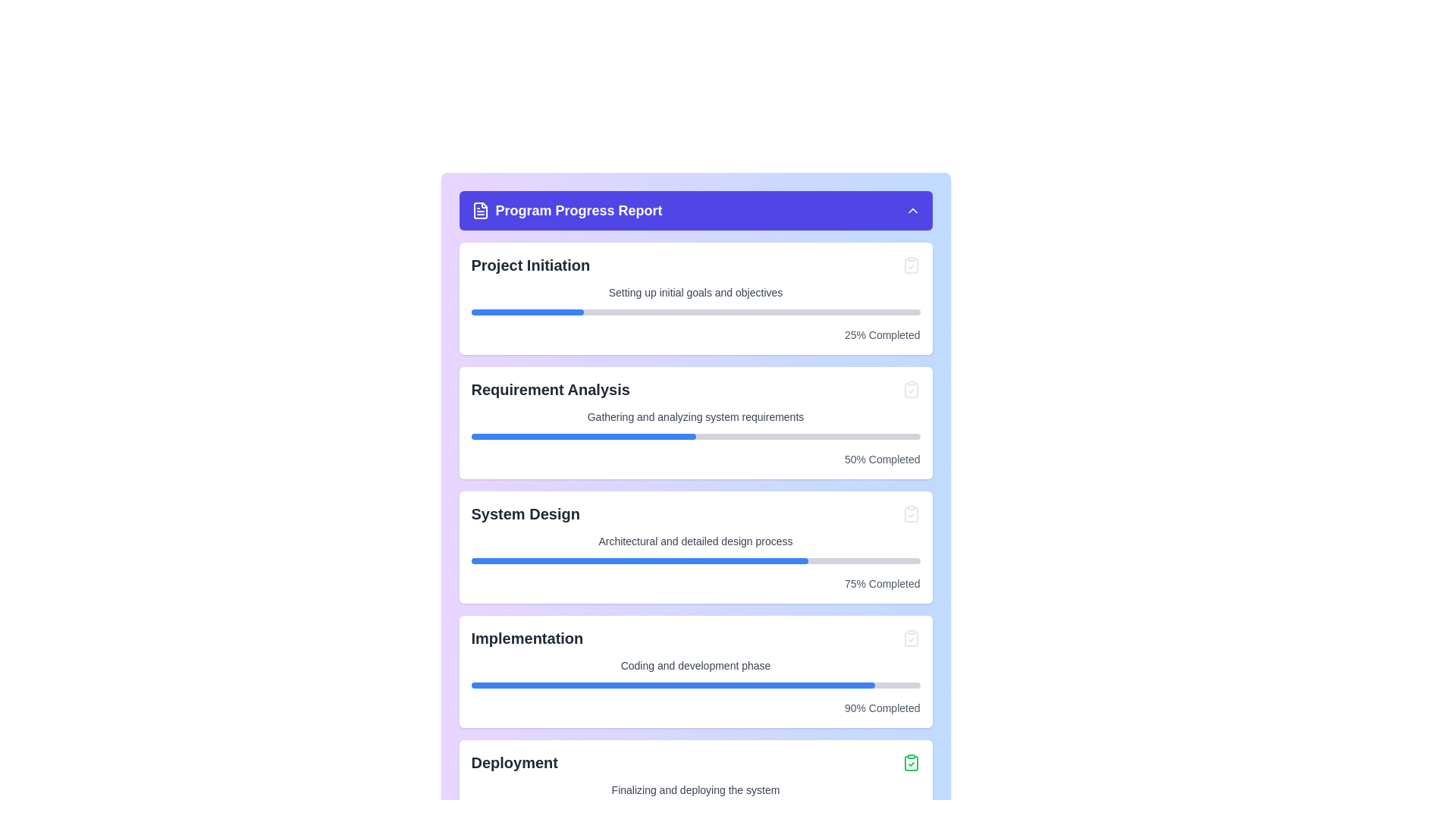  What do you see at coordinates (912, 210) in the screenshot?
I see `the chevron-up icon in the header section labeled 'Program Progress Report'` at bounding box center [912, 210].